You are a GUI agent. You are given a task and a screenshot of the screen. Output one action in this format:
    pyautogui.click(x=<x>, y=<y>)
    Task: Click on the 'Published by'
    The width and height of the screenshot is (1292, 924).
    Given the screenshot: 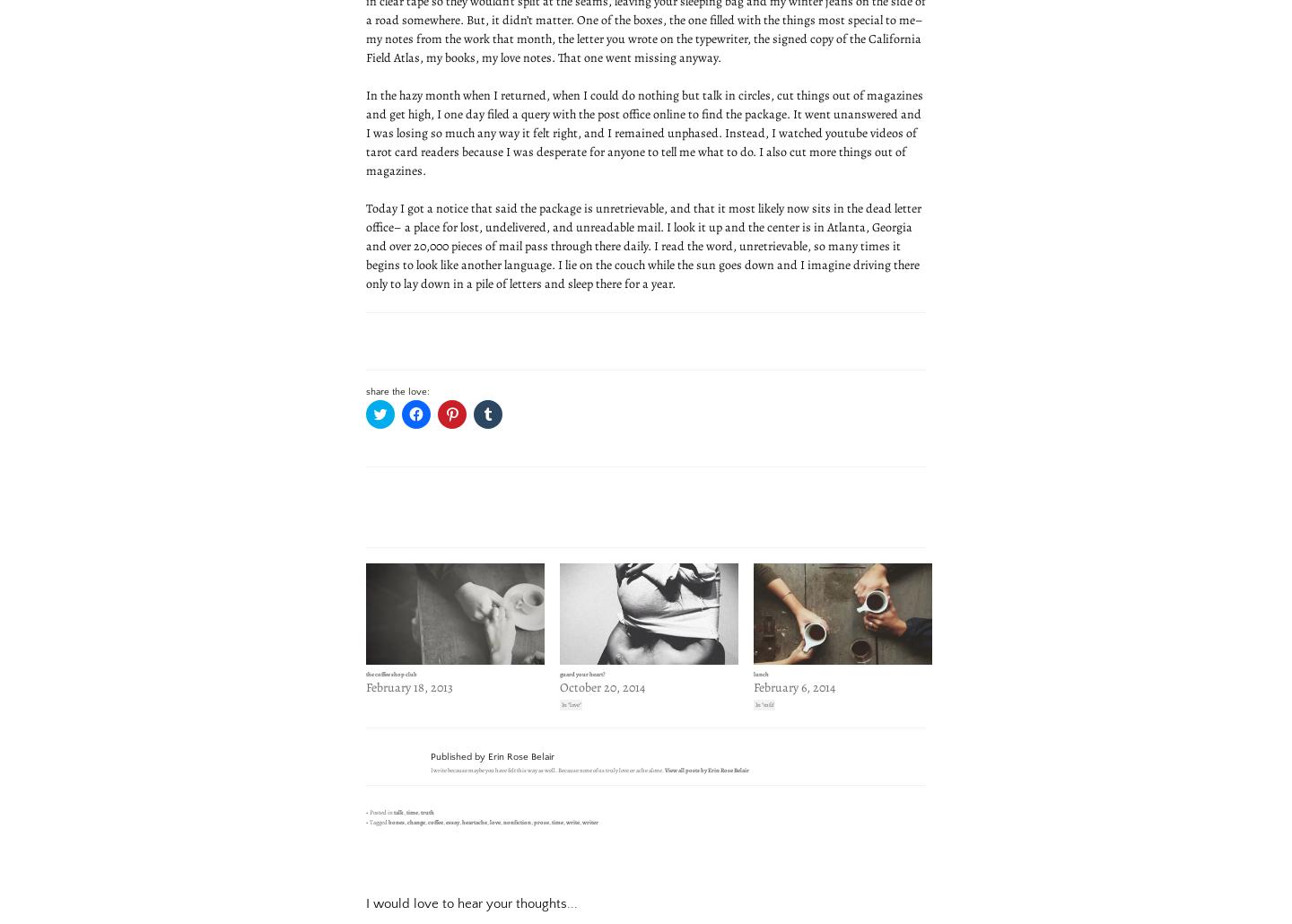 What is the action you would take?
    pyautogui.click(x=458, y=754)
    